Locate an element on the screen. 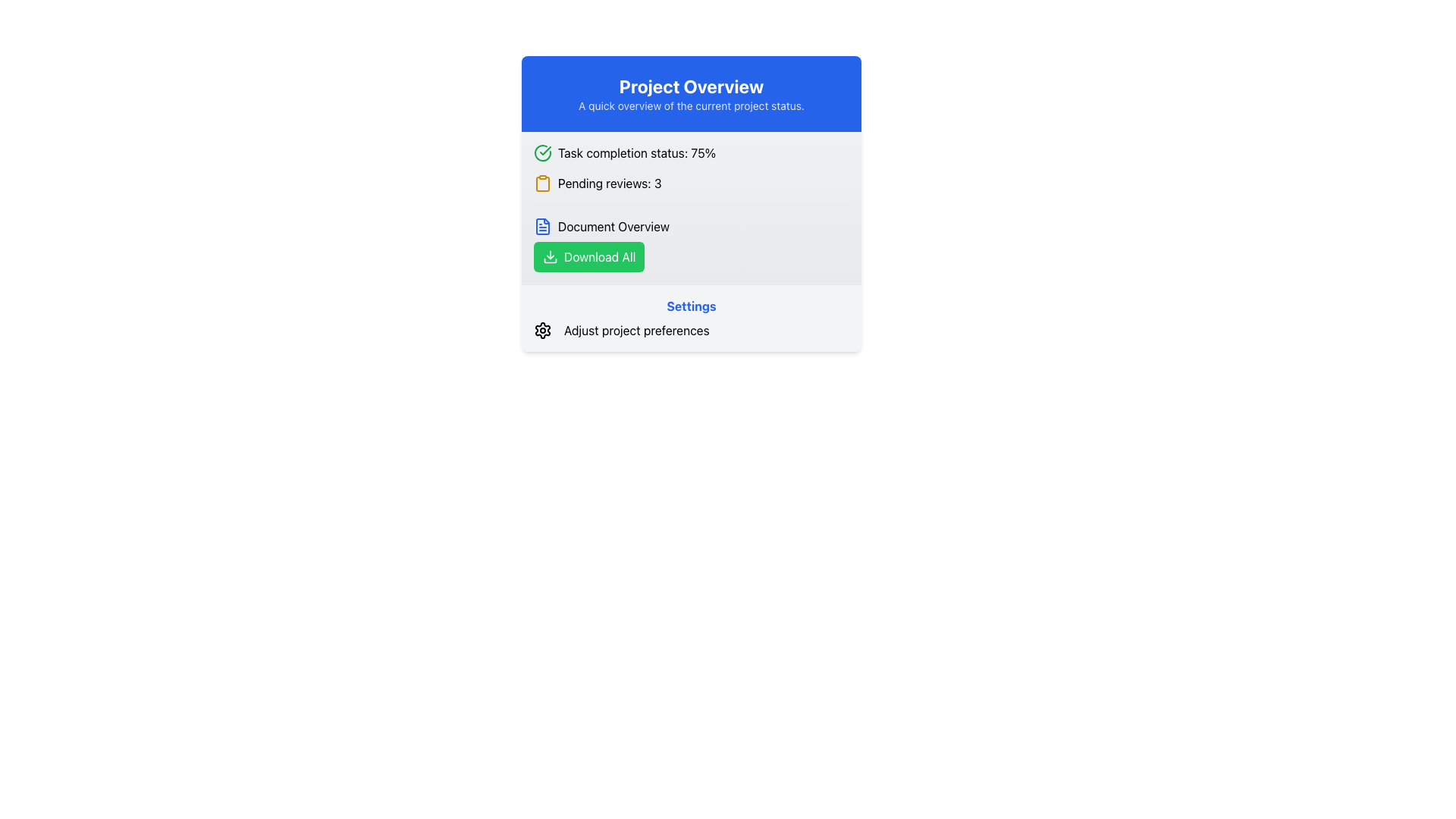 Image resolution: width=1456 pixels, height=819 pixels. the static text element that displays 'A quick overview of the current project status.' which is located directly below the header 'Project Overview' is located at coordinates (691, 105).